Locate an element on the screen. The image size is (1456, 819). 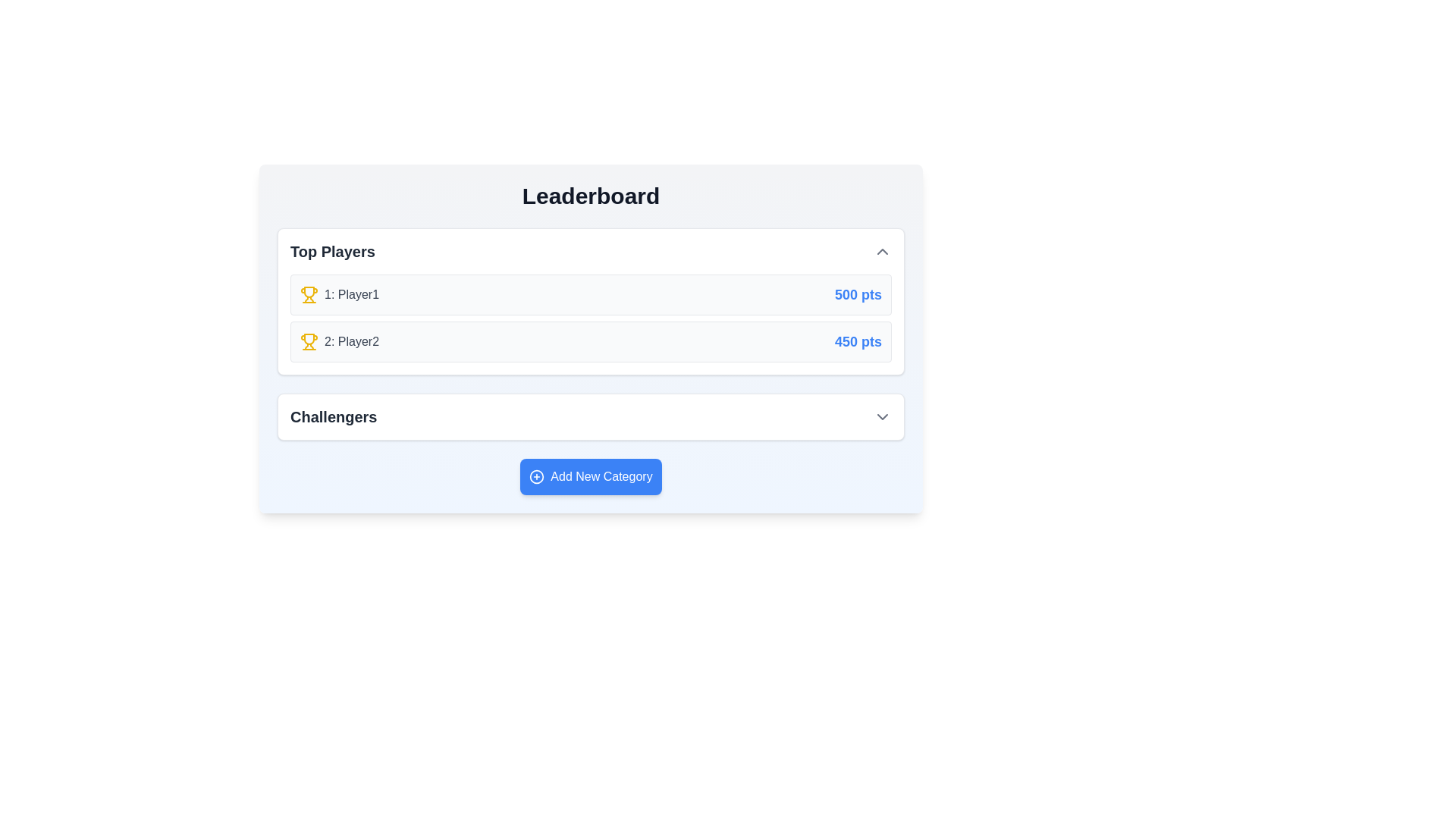
the trophy icon, which is the leftmost icon in the first row of the 'Top Players' section, located directly to the left of the text '1: Player1' is located at coordinates (309, 295).